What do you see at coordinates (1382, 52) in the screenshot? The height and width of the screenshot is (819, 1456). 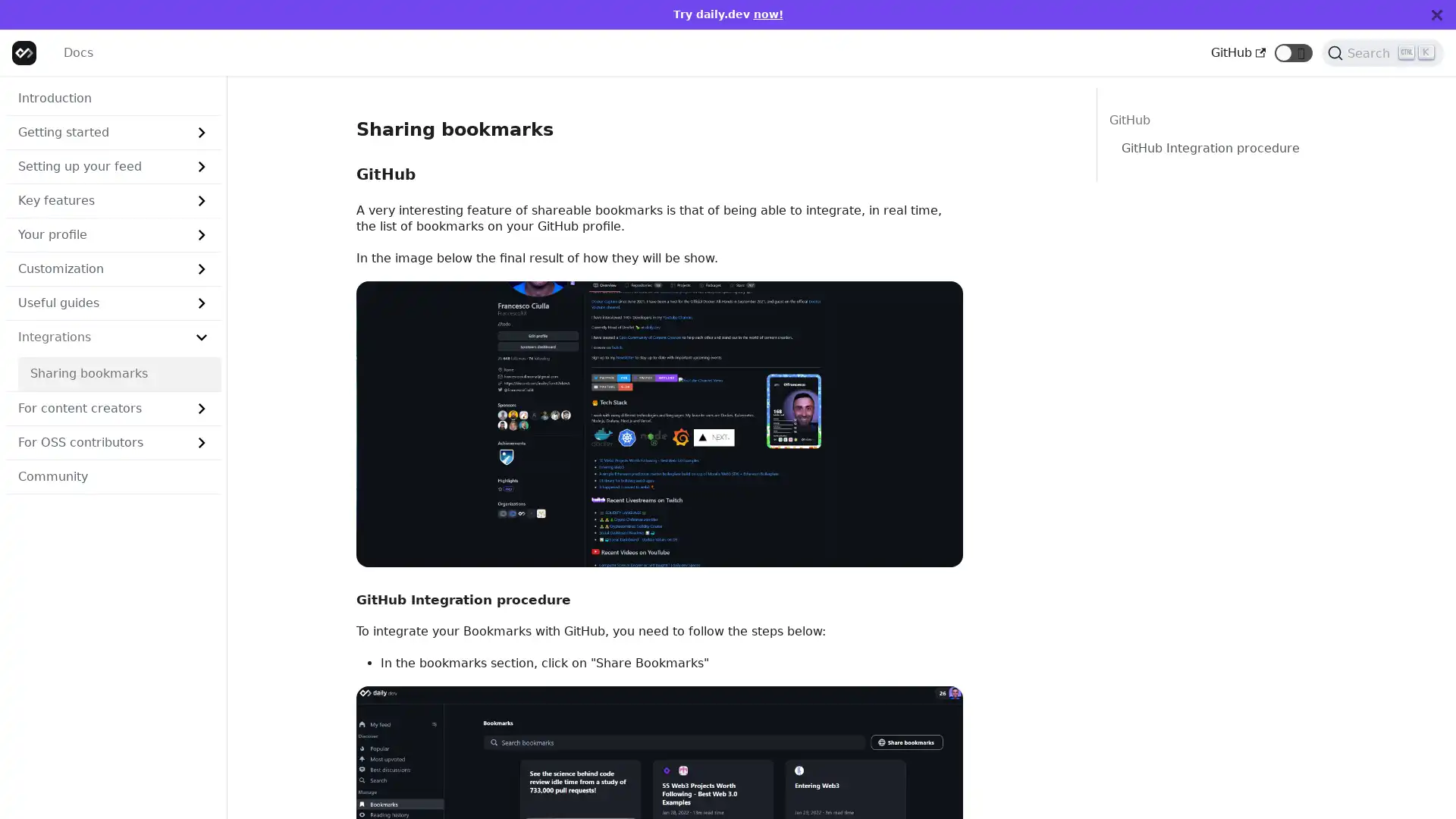 I see `Search` at bounding box center [1382, 52].